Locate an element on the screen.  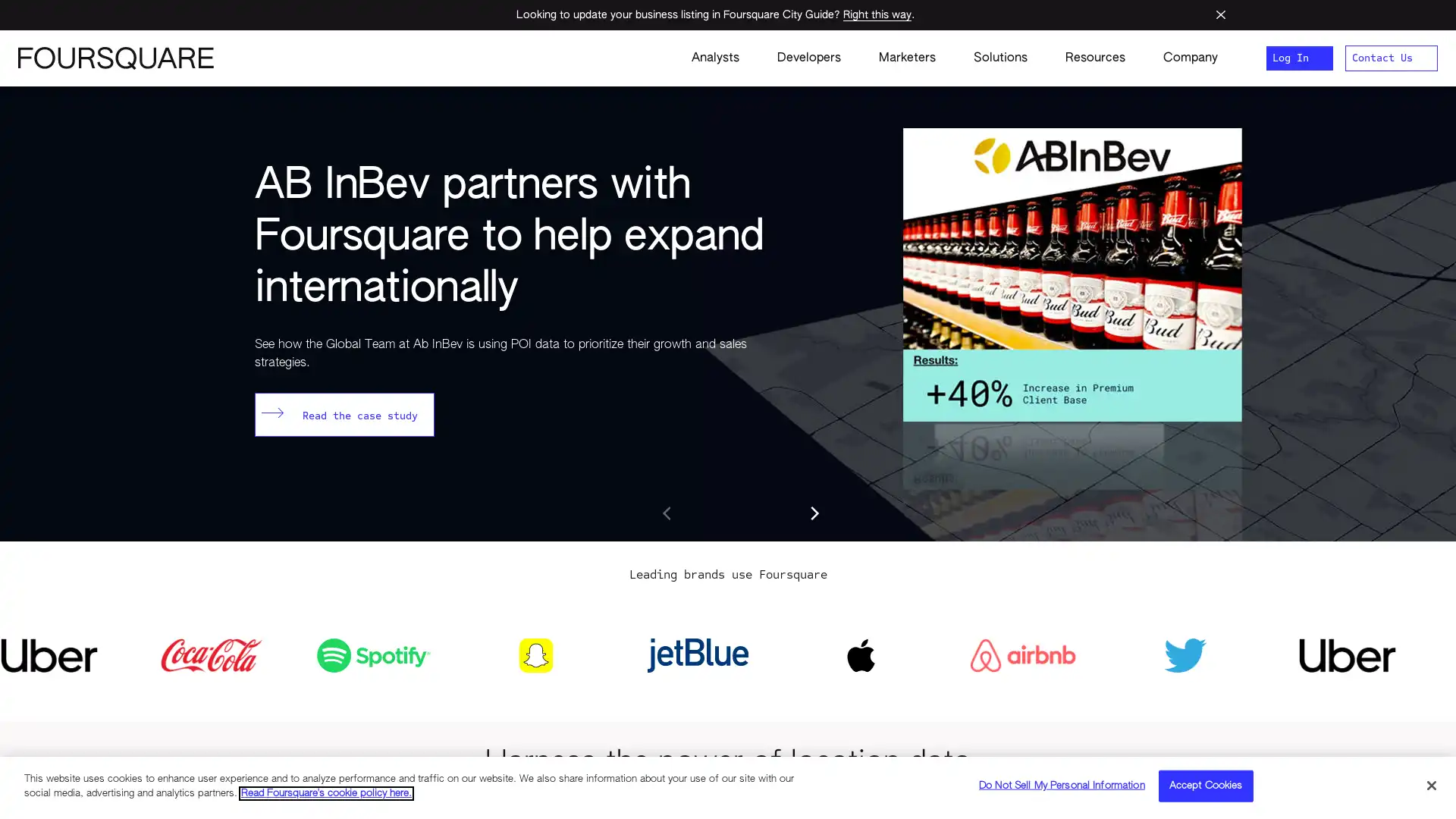
Close is located at coordinates (1430, 784).